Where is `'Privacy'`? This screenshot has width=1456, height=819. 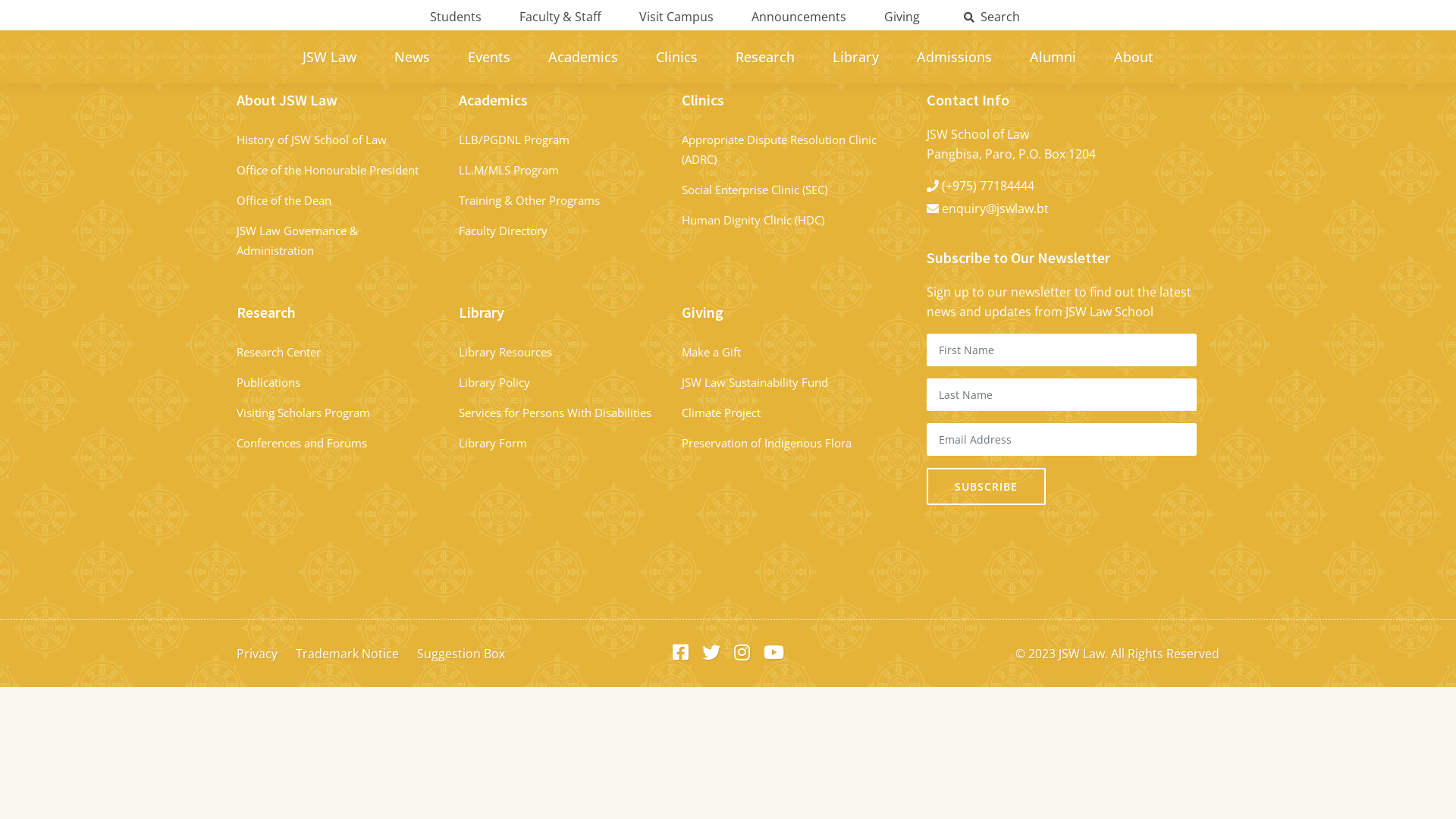
'Privacy' is located at coordinates (257, 651).